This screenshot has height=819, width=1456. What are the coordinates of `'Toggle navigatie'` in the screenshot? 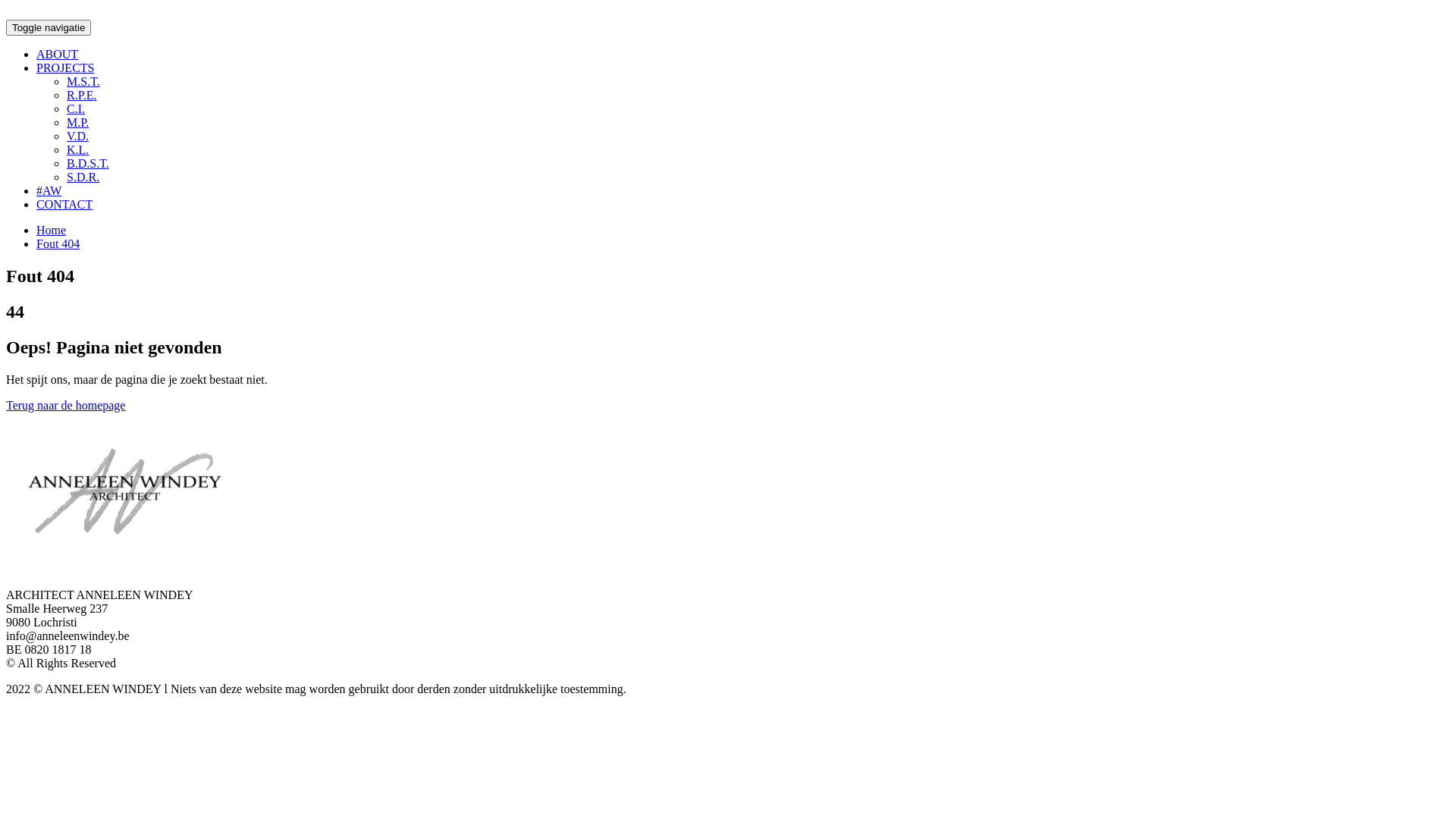 It's located at (6, 27).